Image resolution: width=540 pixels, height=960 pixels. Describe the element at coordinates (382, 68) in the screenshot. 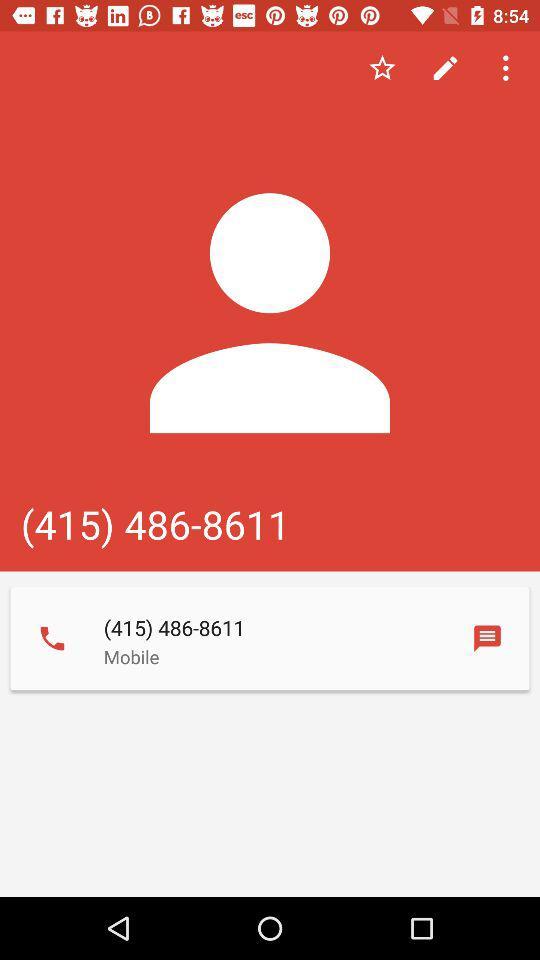

I see `favorites icon` at that location.